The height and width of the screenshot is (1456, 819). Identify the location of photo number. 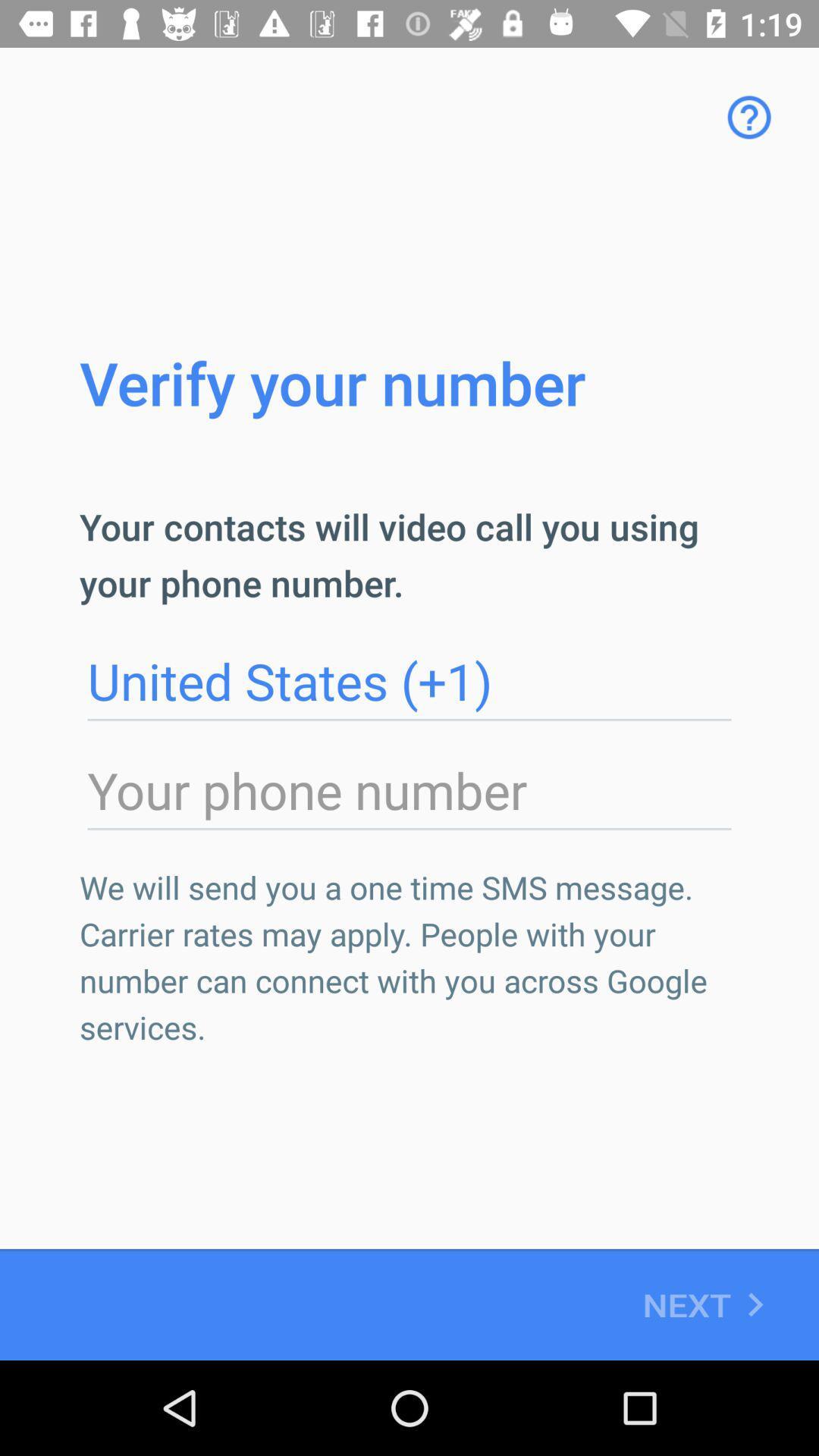
(409, 790).